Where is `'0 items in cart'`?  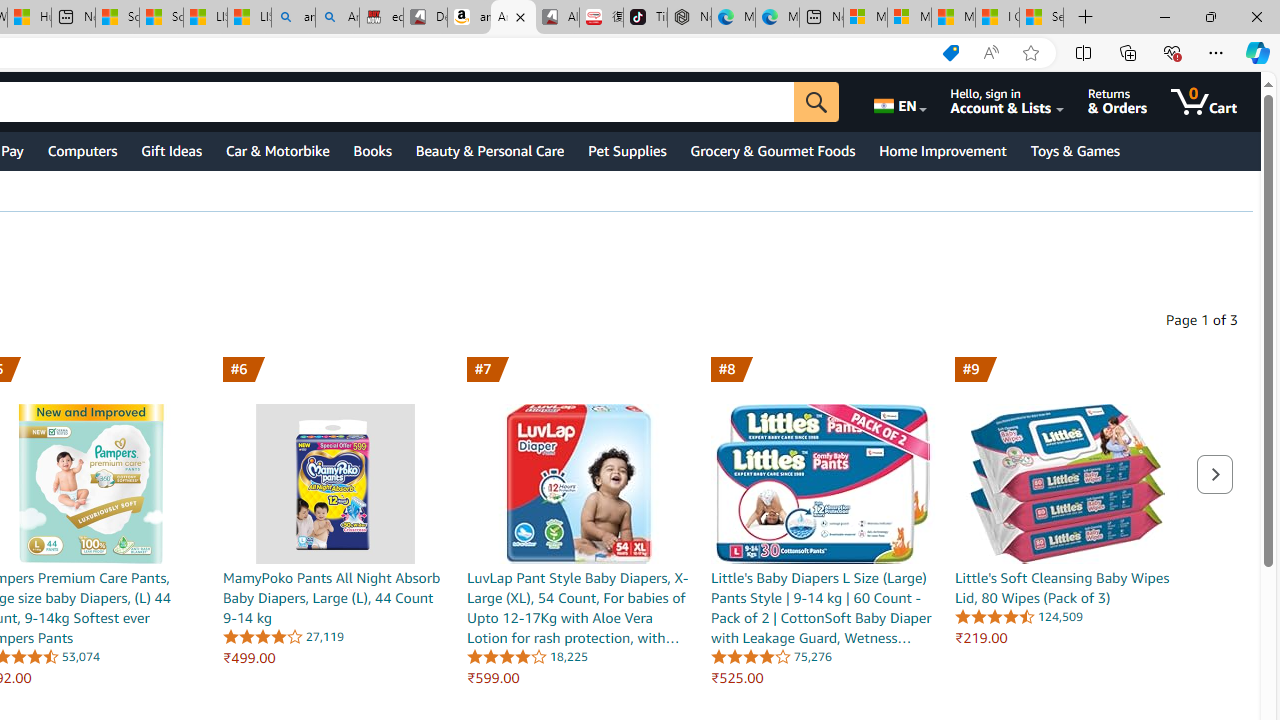
'0 items in cart' is located at coordinates (1202, 101).